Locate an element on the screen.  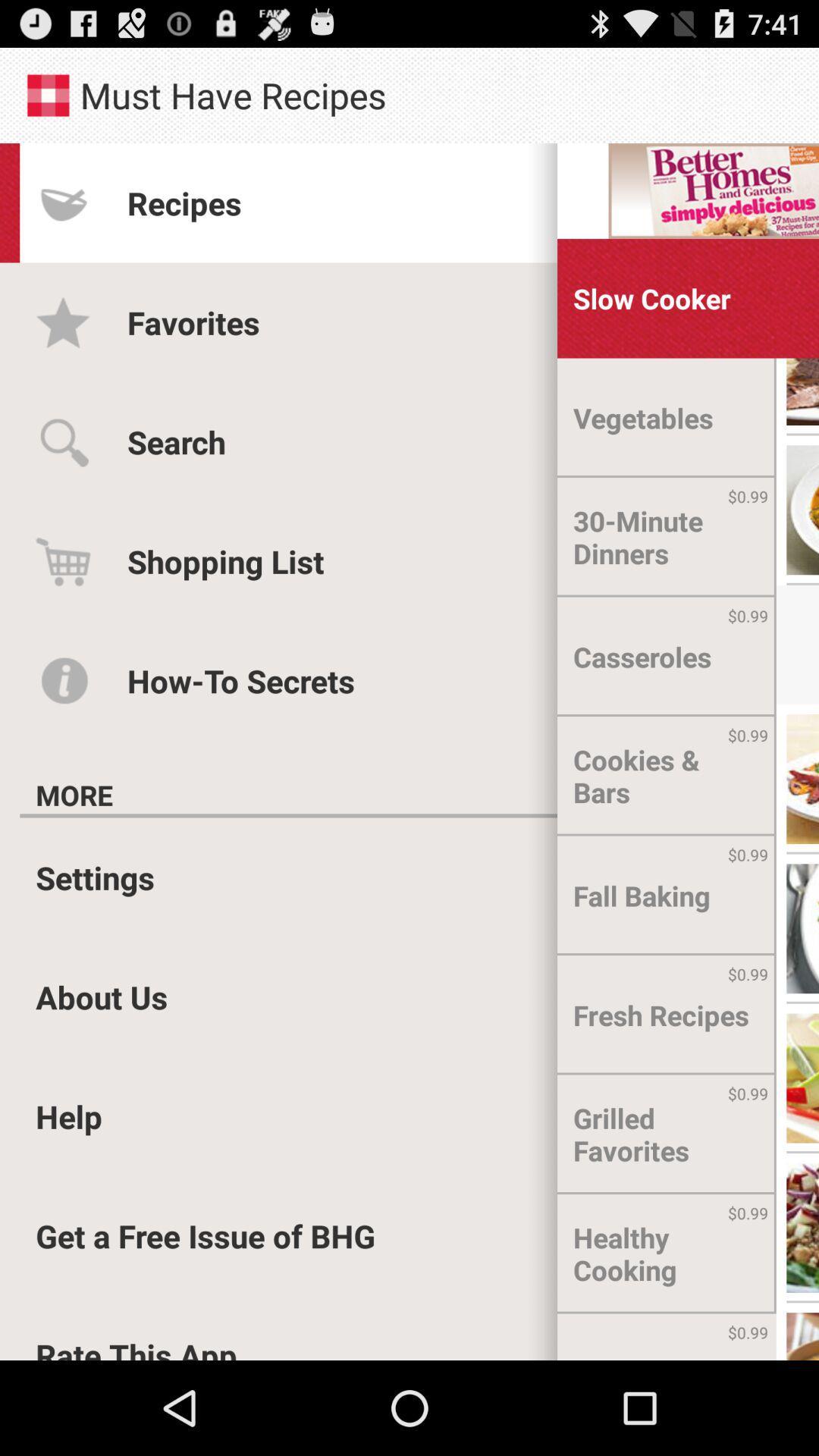
the app below help item is located at coordinates (206, 1235).